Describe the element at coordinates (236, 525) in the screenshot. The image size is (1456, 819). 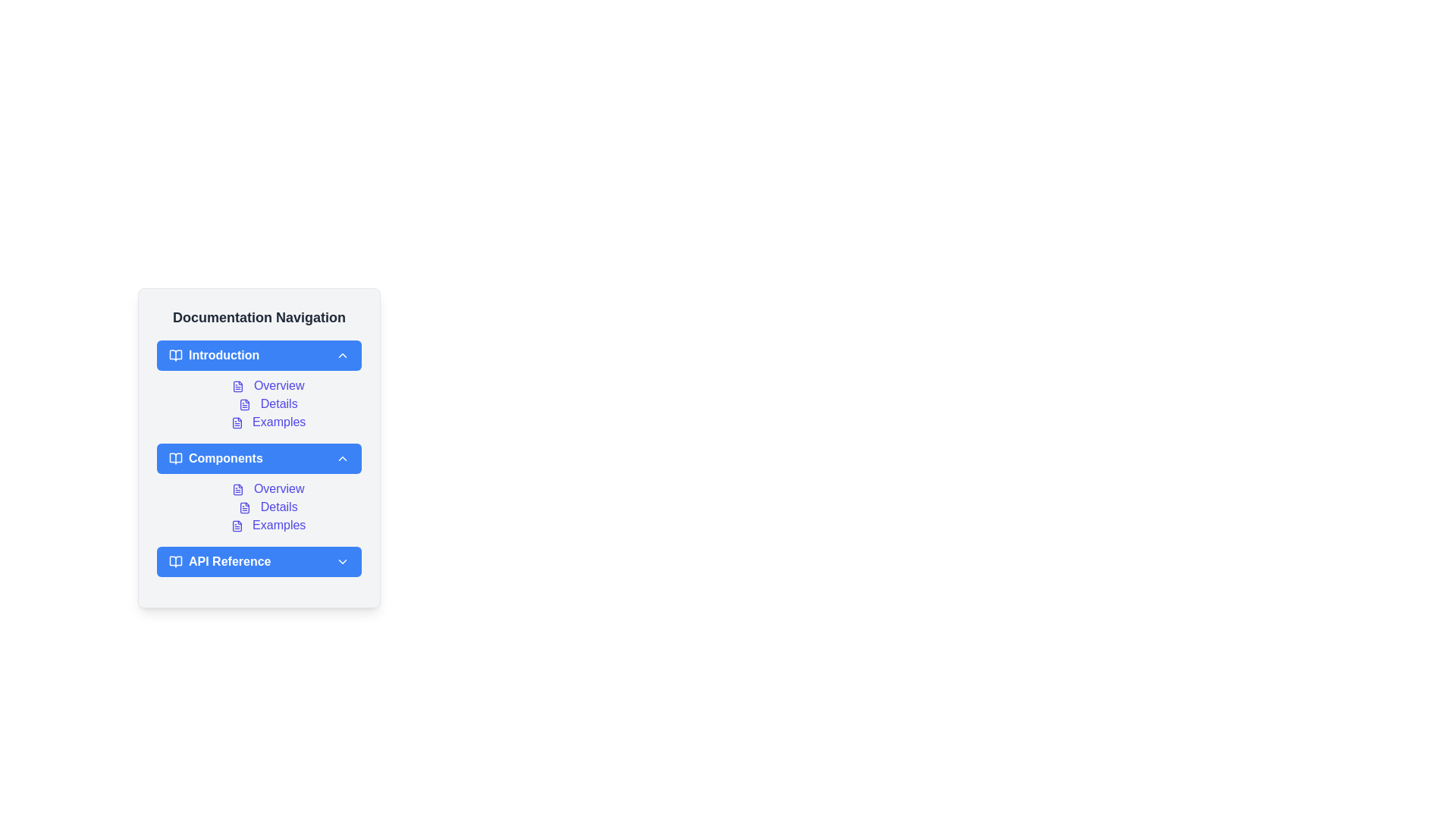
I see `the 'Examples' icon in the navigation menu, which is located in the 'Components' section and is positioned to the left of the text 'Examples'` at that location.